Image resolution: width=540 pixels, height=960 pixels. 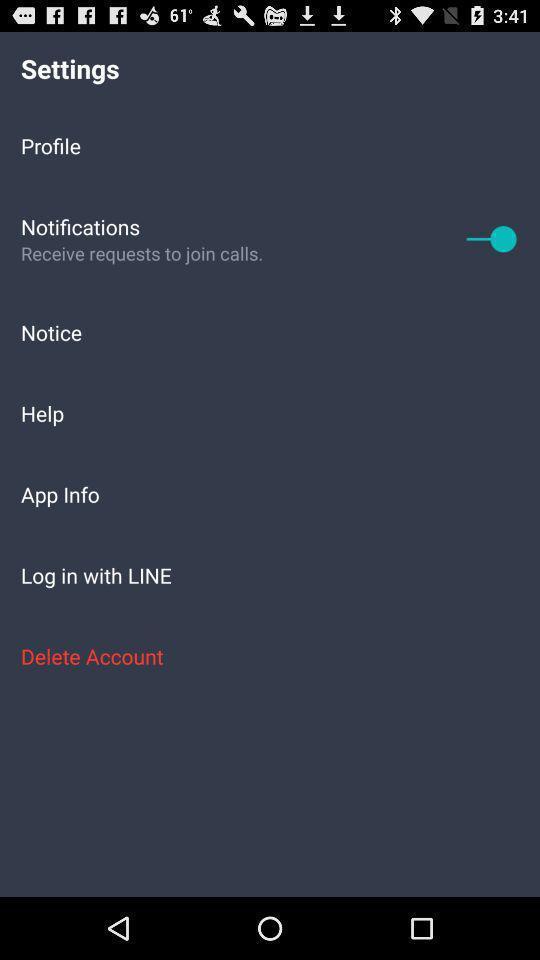 I want to click on help, so click(x=270, y=412).